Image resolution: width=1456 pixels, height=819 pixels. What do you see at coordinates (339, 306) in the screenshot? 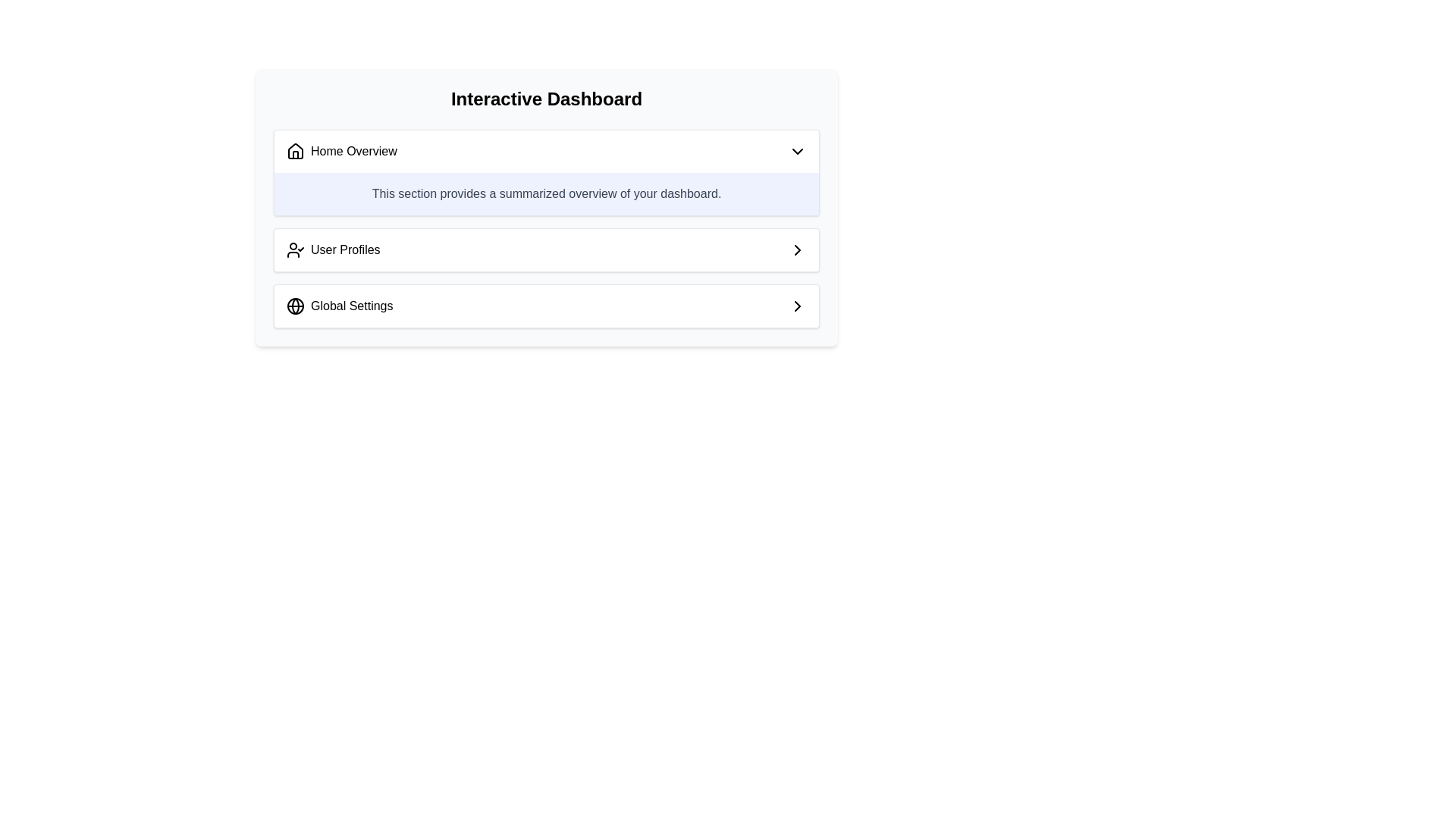
I see `text content of the 'Global Settings' label, which is the last entry in the vertical navigation list and serves as a descriptive label for accessing global settings` at bounding box center [339, 306].